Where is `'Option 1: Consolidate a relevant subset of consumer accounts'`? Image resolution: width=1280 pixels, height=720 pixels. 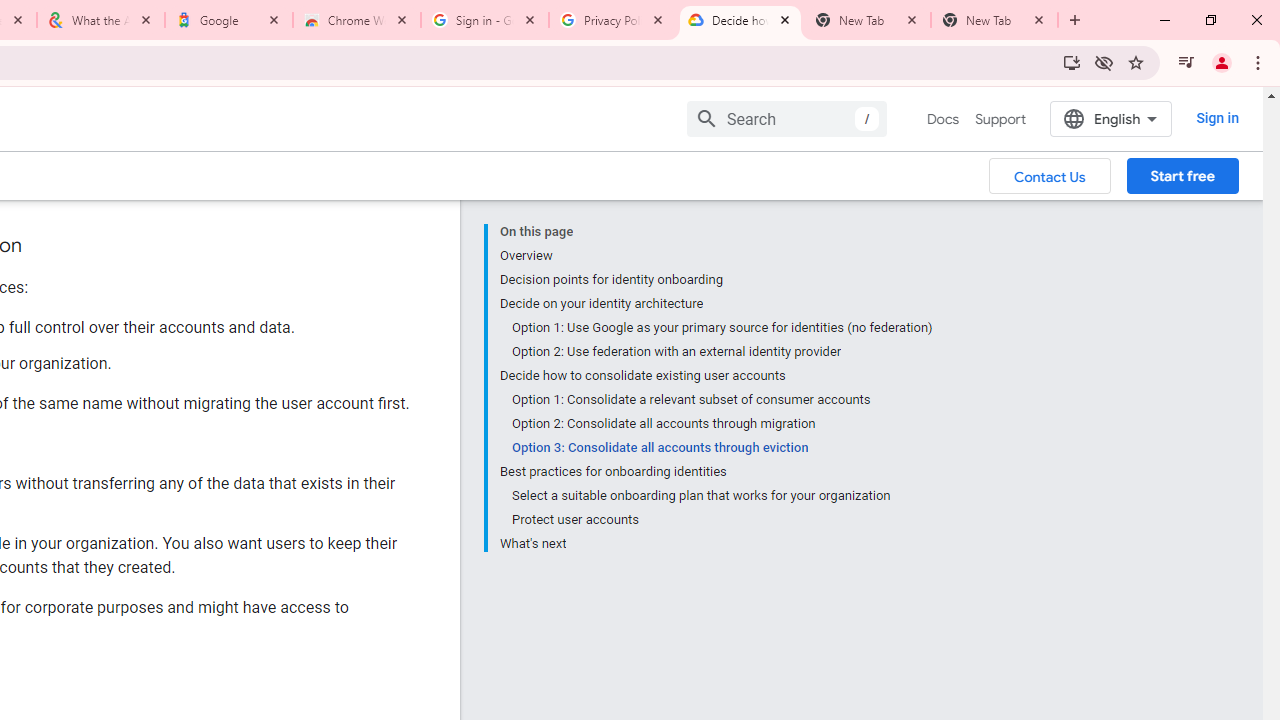 'Option 1: Consolidate a relevant subset of consumer accounts' is located at coordinates (720, 399).